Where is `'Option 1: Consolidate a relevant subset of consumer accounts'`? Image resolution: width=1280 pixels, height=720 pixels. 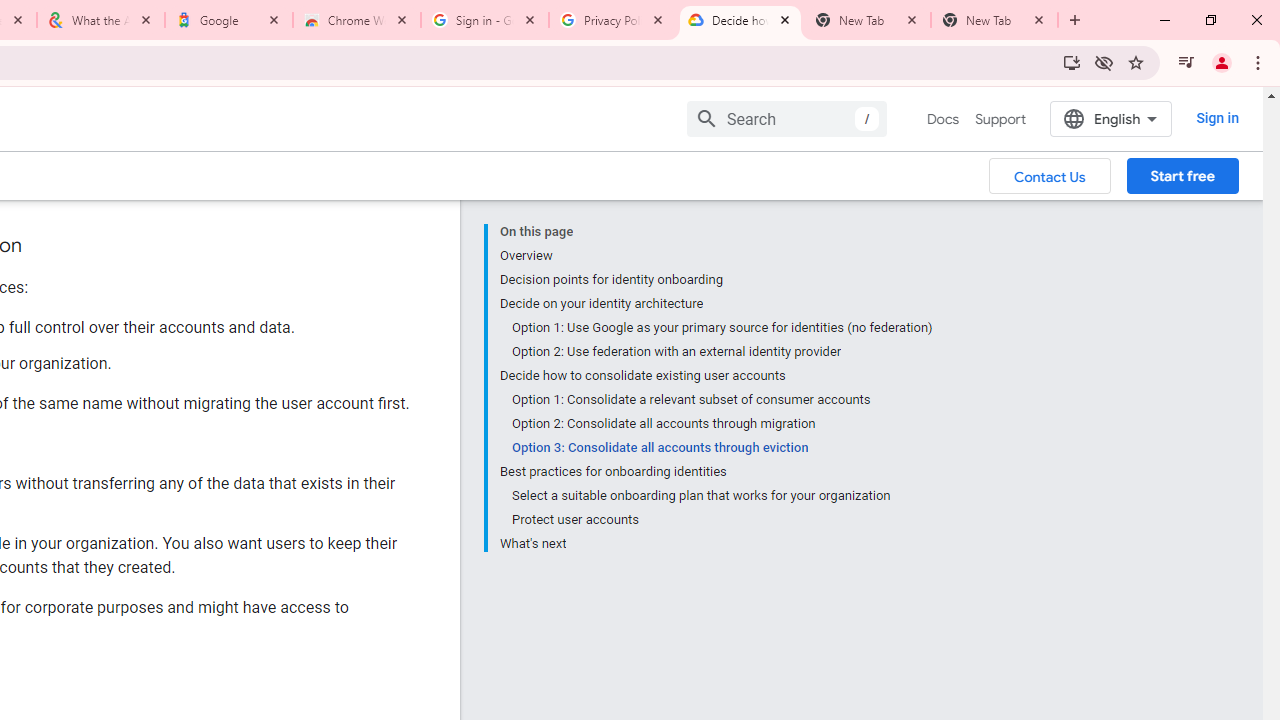 'Option 1: Consolidate a relevant subset of consumer accounts' is located at coordinates (720, 399).